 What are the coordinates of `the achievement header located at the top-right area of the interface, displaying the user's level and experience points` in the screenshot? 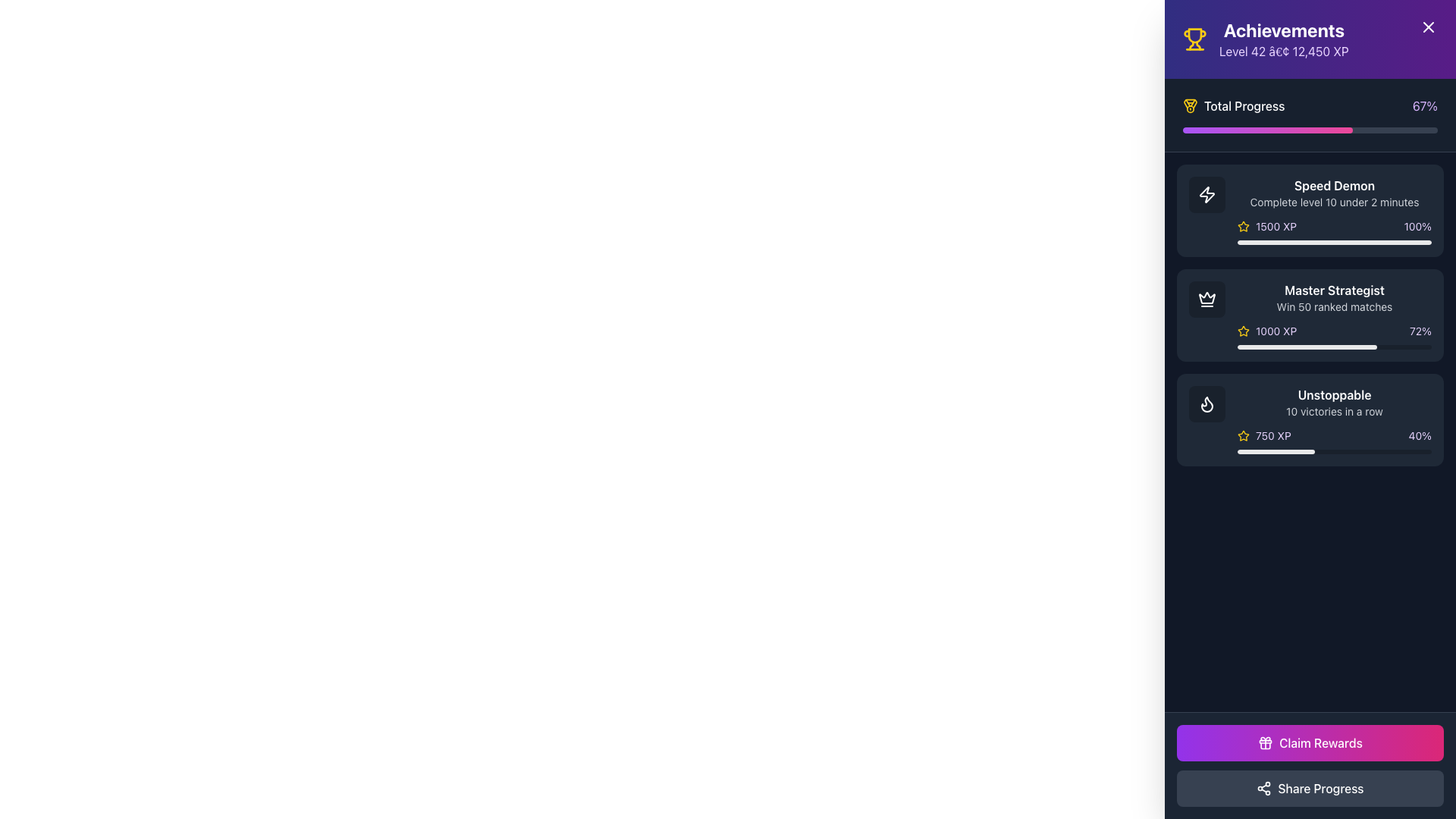 It's located at (1310, 38).